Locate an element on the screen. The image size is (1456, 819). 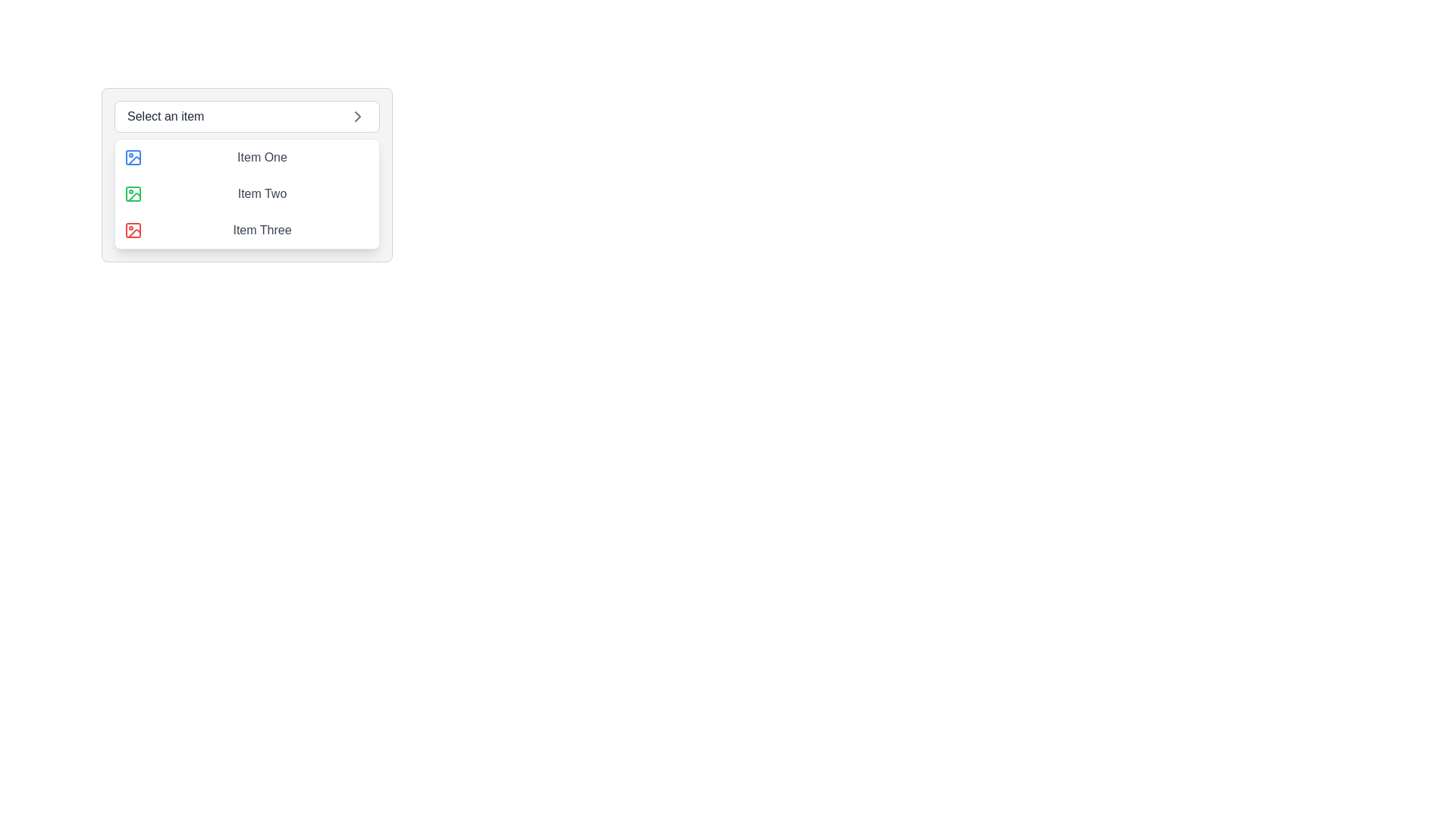
the List Item that contains the text 'Item Two' and a green outlined icon is located at coordinates (247, 193).